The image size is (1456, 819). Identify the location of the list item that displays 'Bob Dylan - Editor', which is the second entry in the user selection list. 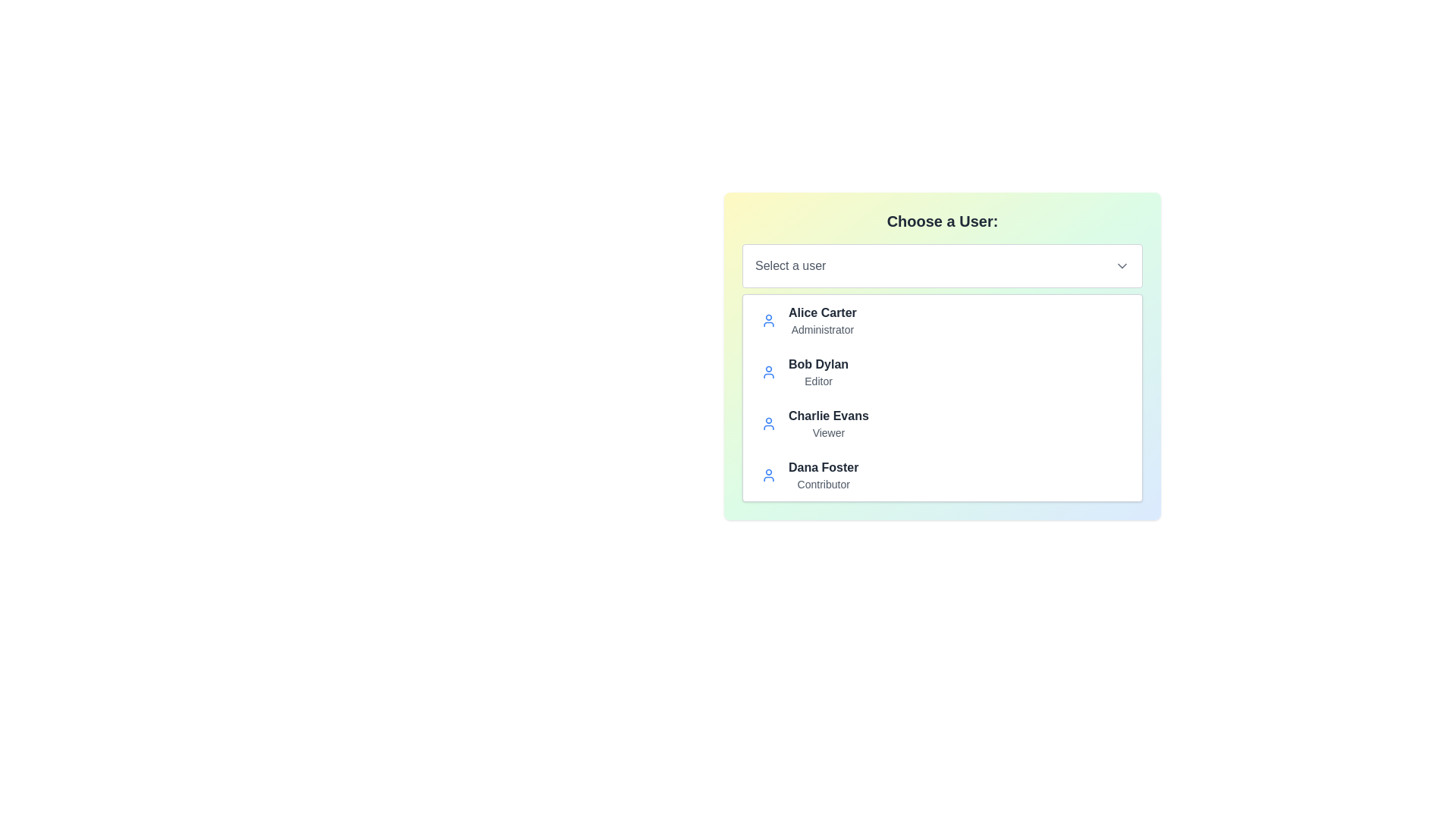
(942, 356).